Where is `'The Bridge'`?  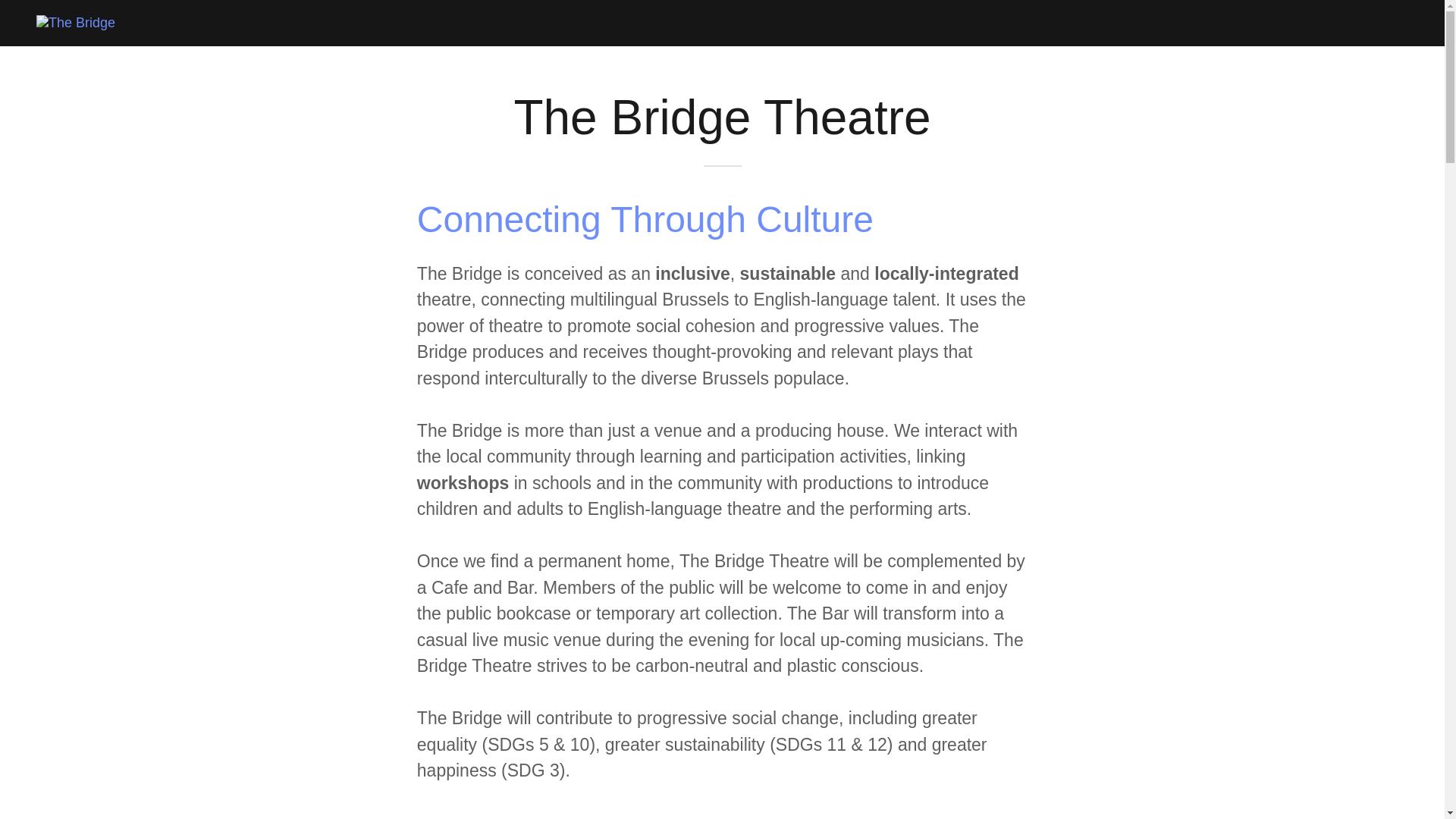 'The Bridge' is located at coordinates (75, 23).